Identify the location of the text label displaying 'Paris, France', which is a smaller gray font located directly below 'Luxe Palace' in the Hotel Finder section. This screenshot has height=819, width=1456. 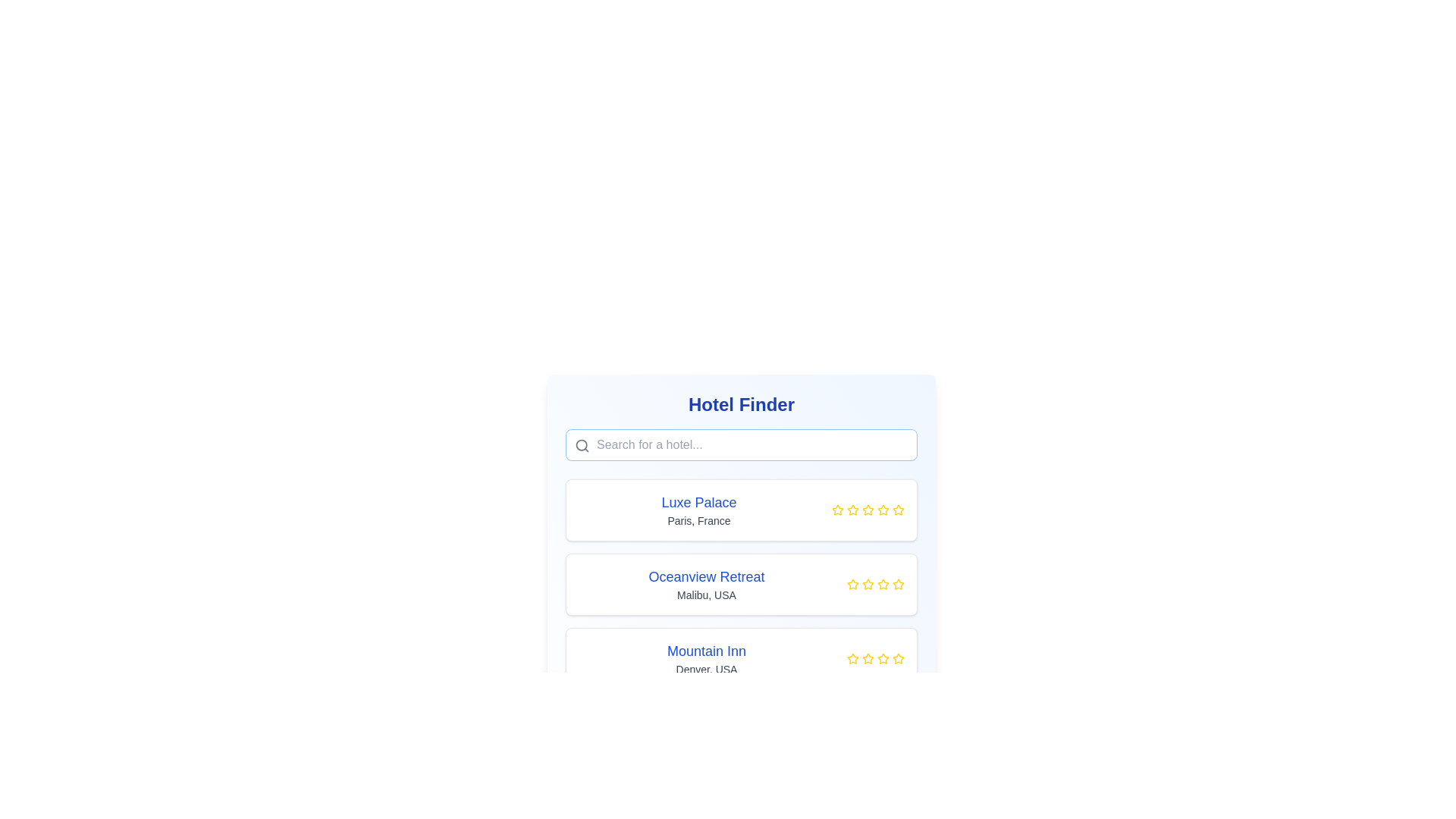
(698, 519).